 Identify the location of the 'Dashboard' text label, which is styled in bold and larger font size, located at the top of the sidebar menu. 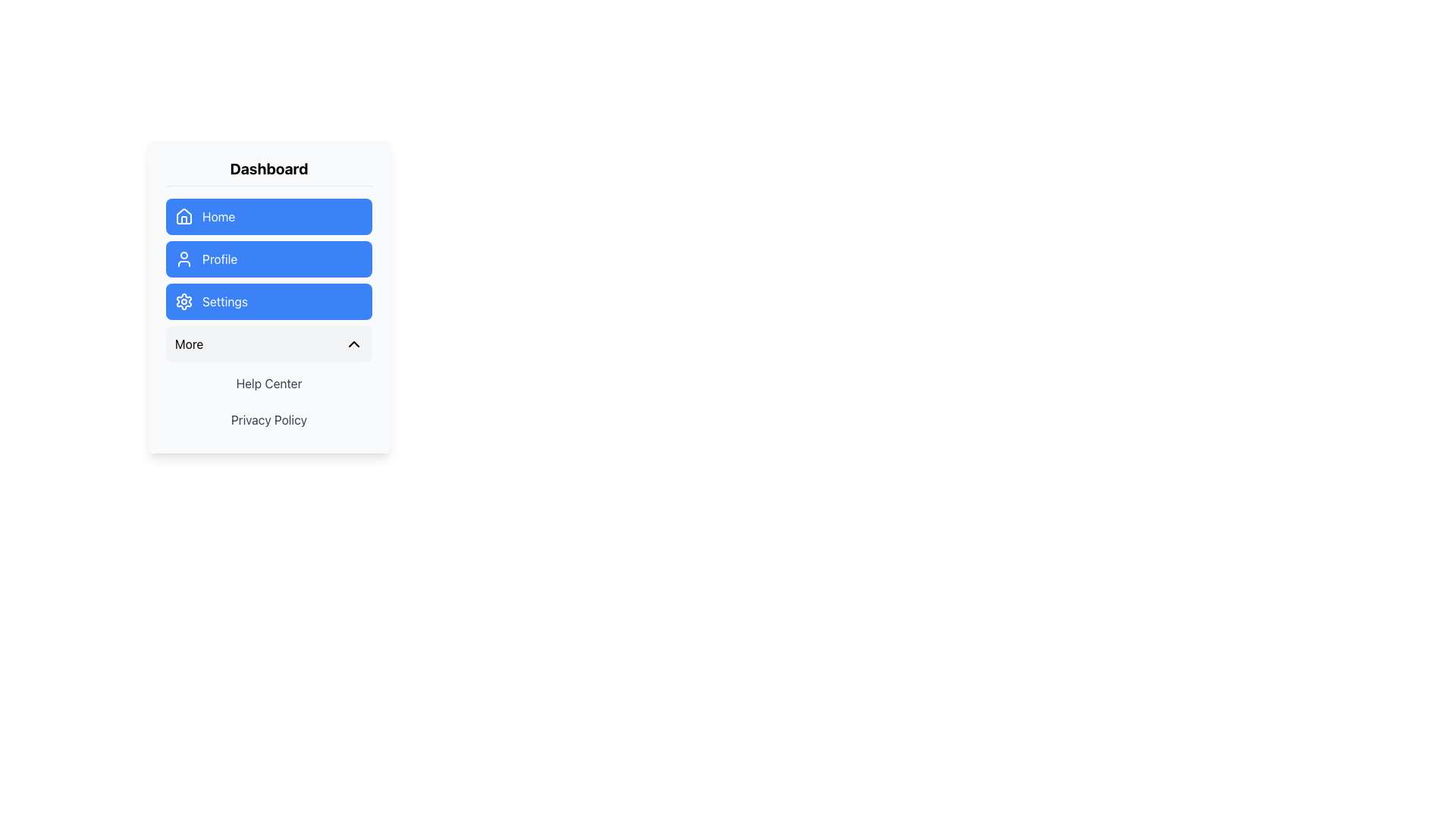
(269, 169).